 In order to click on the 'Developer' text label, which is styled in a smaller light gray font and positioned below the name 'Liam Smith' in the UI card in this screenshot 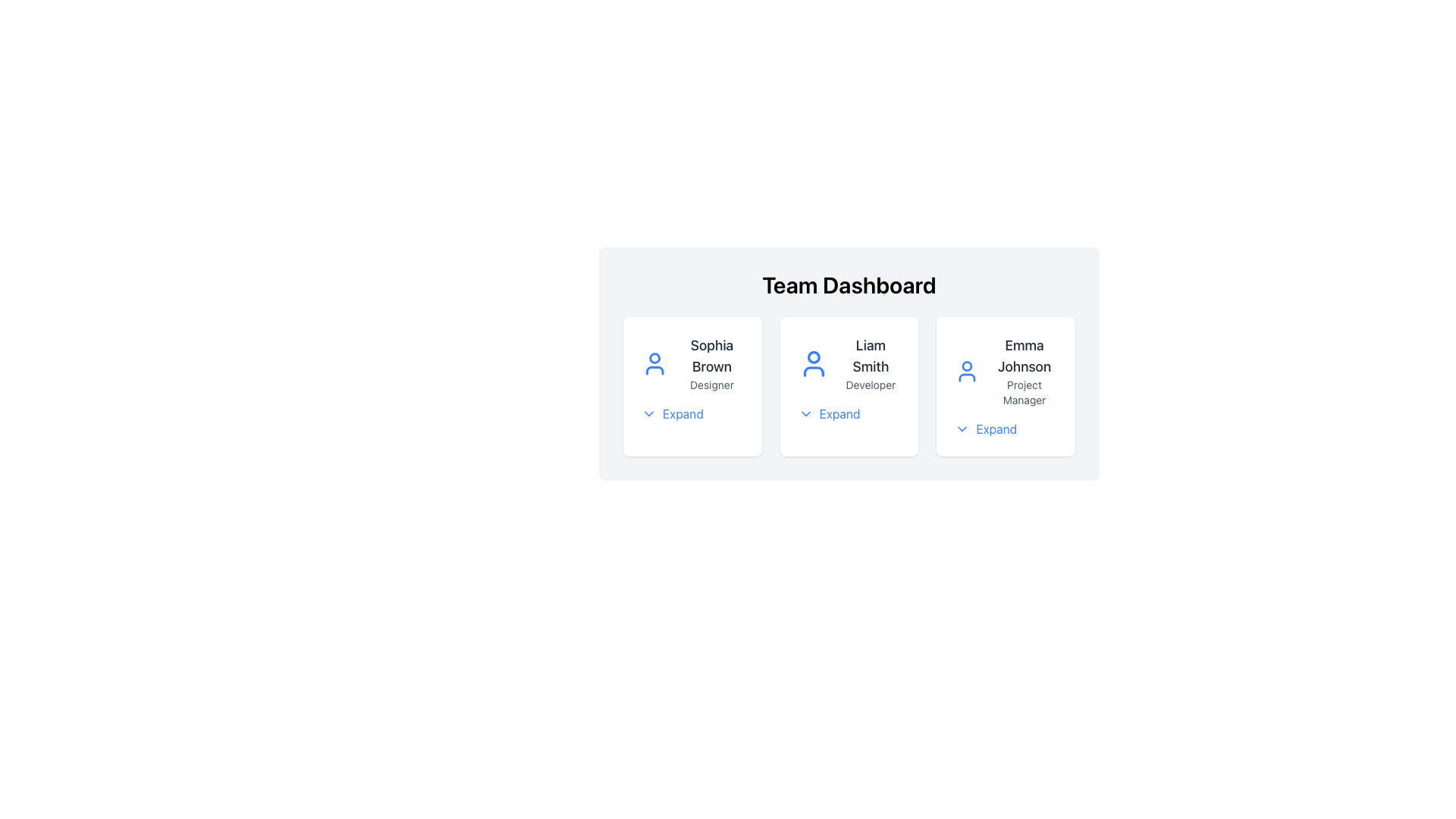, I will do `click(871, 384)`.